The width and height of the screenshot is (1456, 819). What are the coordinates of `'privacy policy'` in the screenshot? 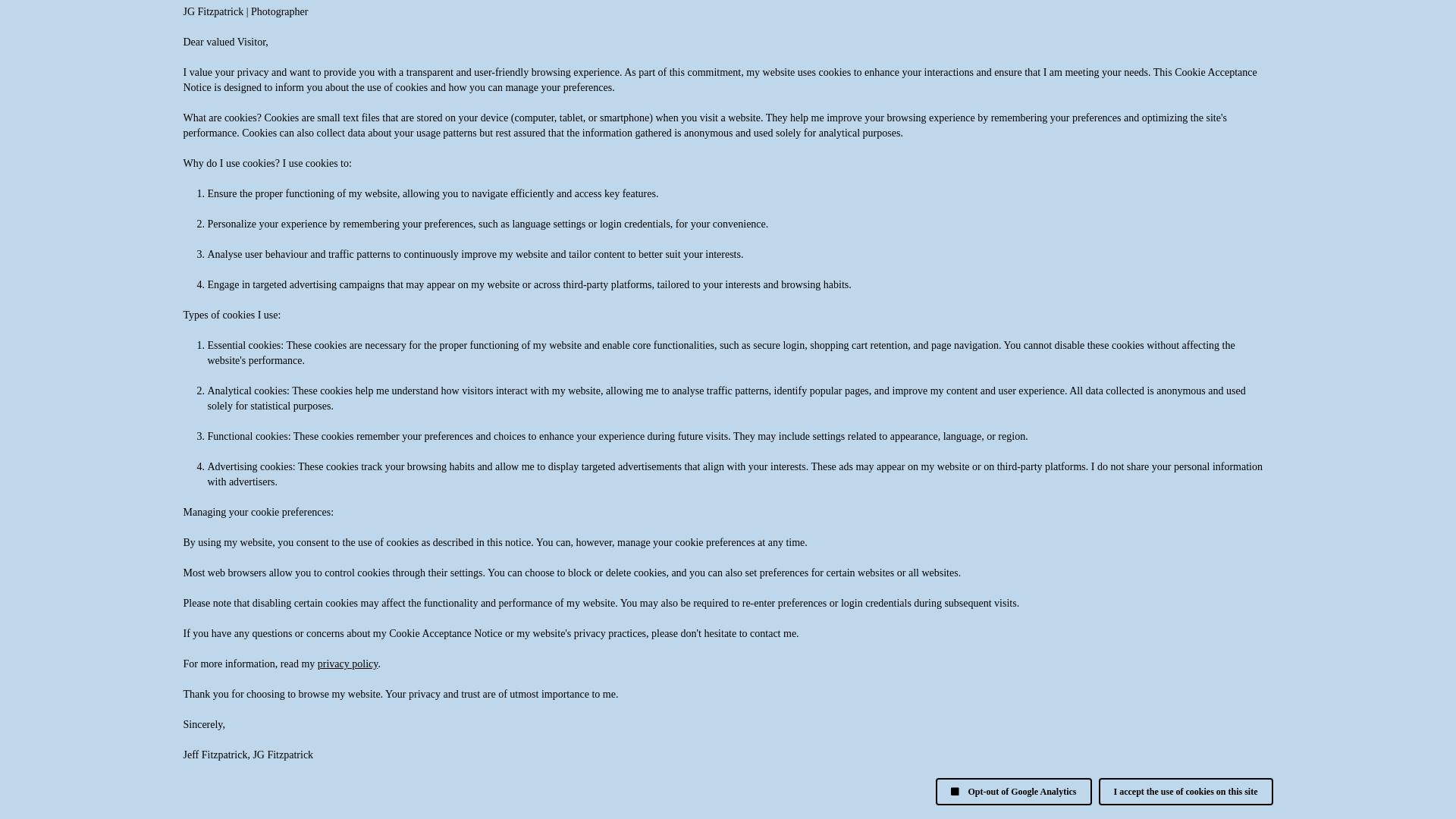 It's located at (316, 663).